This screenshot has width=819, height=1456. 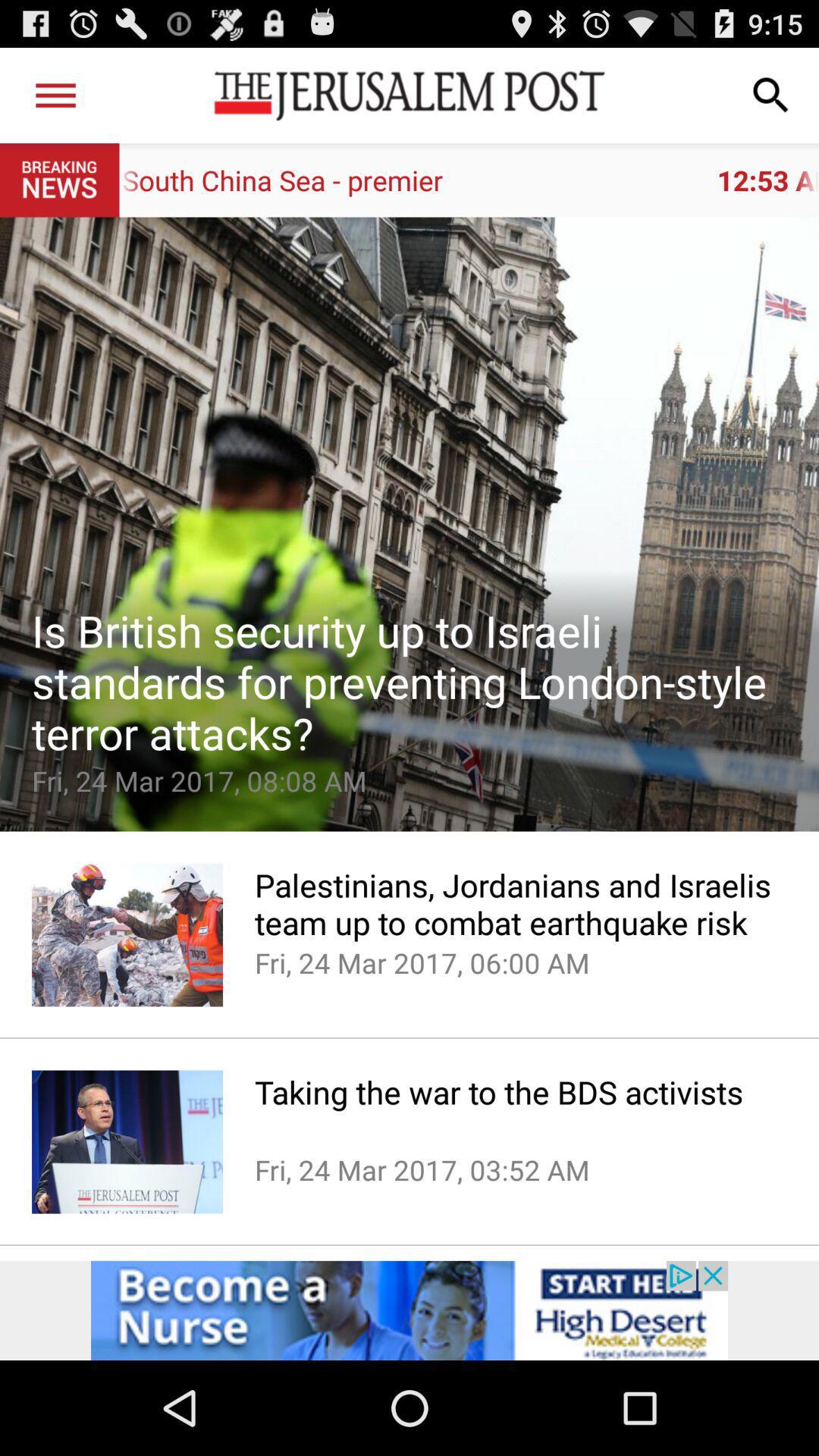 I want to click on app below the 12 53 am item, so click(x=409, y=524).